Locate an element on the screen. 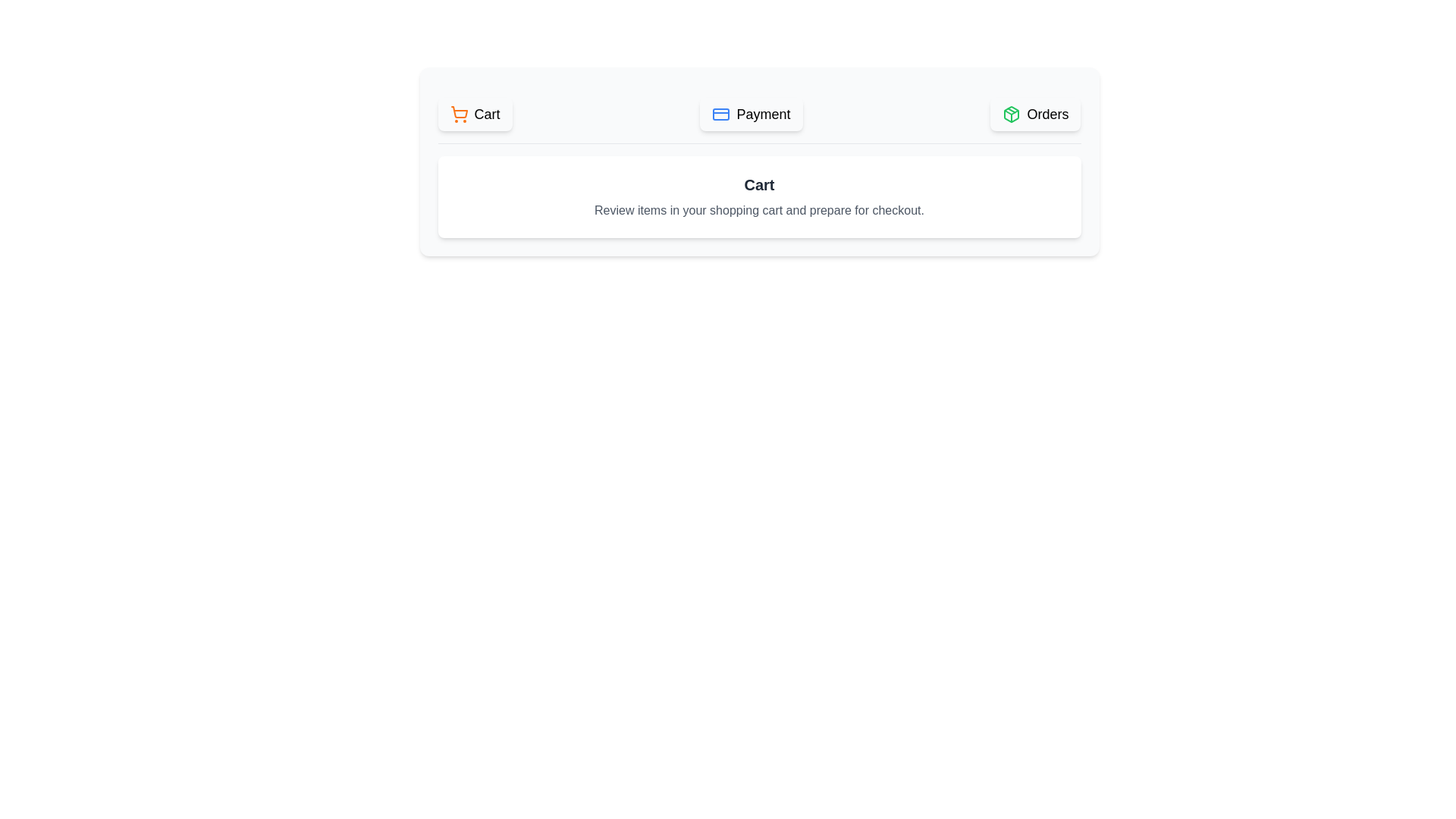 The width and height of the screenshot is (1456, 819). the Payment tab by clicking on it is located at coordinates (751, 113).